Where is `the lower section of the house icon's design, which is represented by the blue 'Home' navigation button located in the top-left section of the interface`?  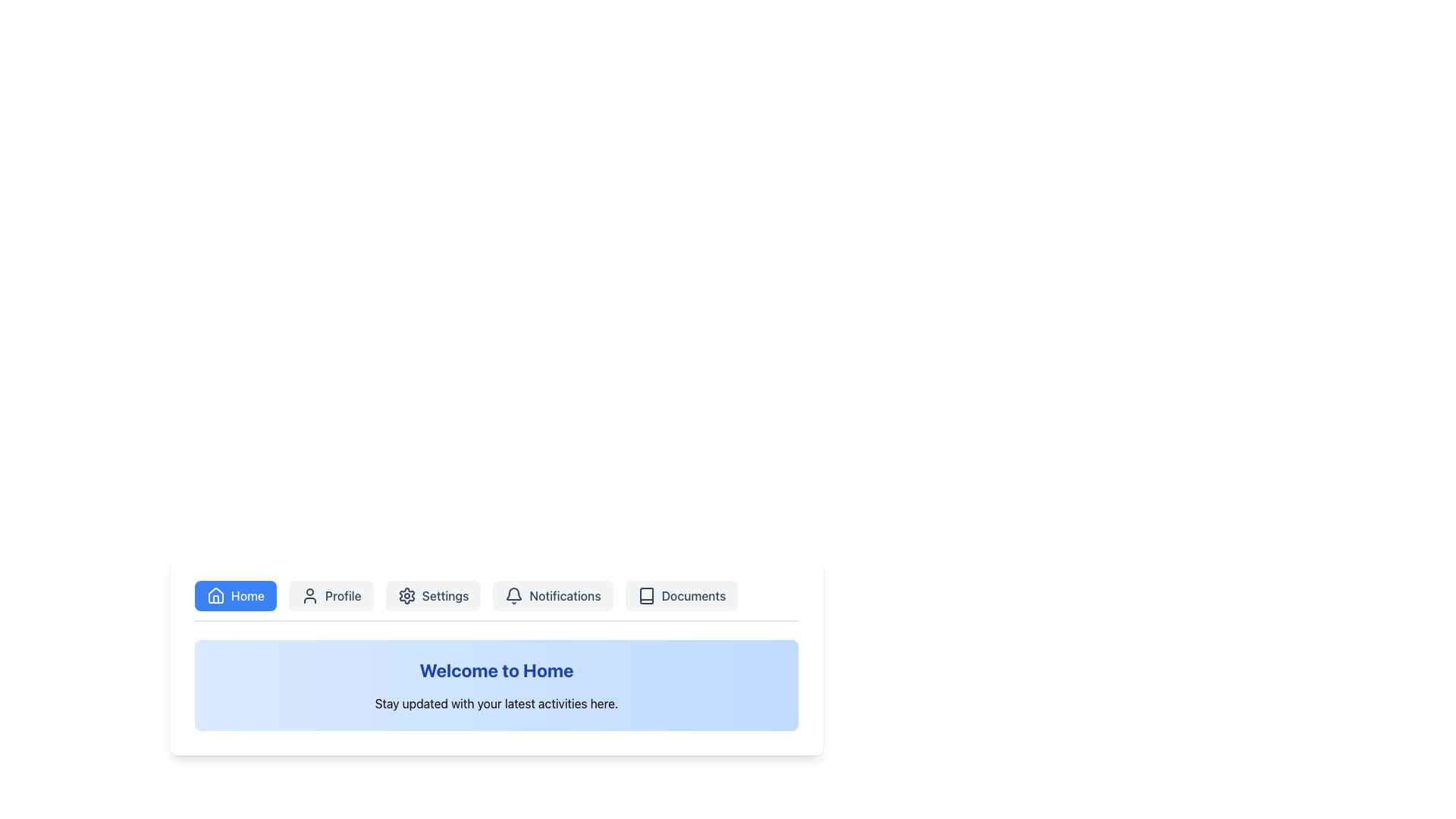
the lower section of the house icon's design, which is represented by the blue 'Home' navigation button located in the top-left section of the interface is located at coordinates (215, 598).